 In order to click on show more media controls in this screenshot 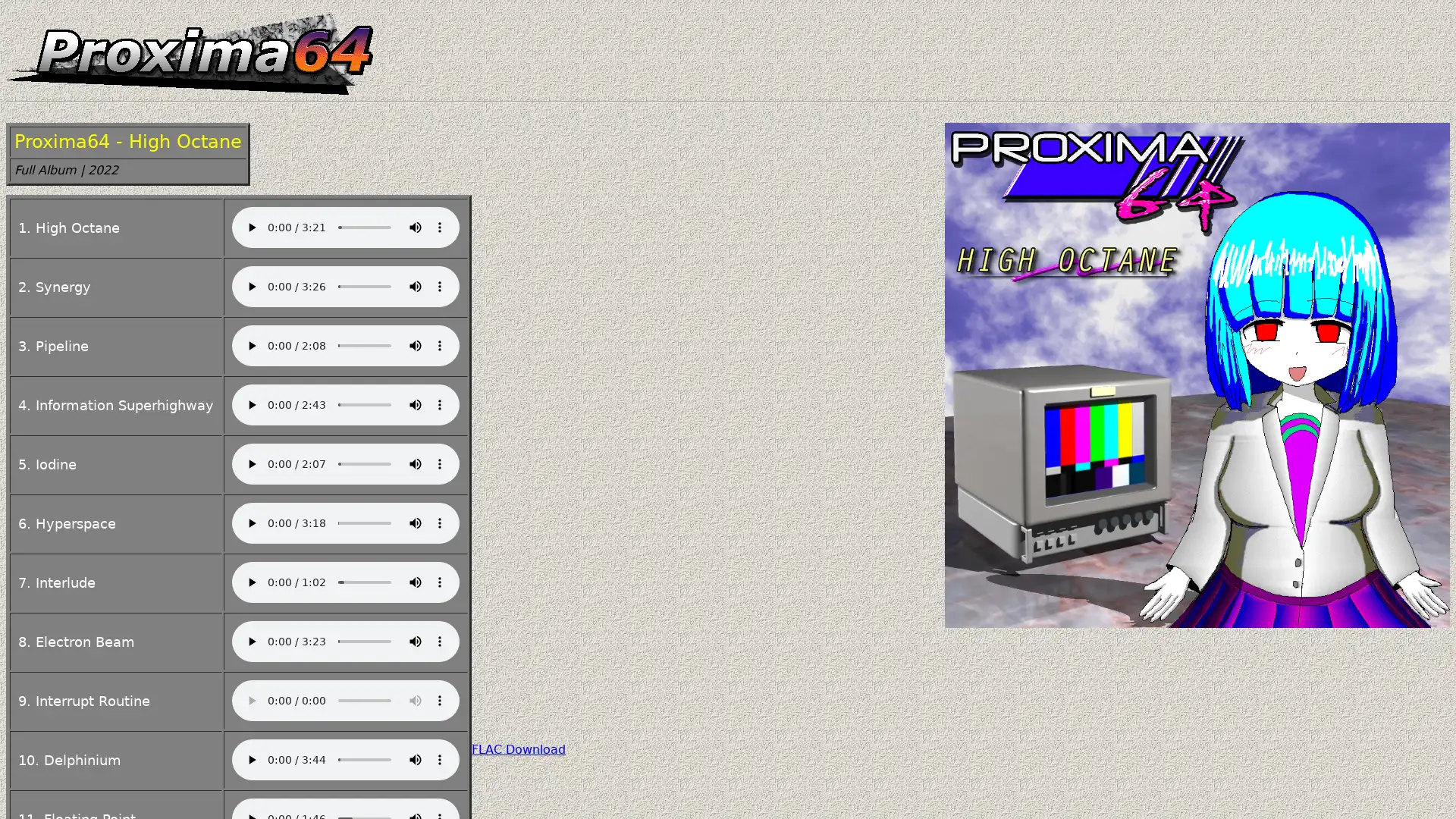, I will do `click(439, 403)`.